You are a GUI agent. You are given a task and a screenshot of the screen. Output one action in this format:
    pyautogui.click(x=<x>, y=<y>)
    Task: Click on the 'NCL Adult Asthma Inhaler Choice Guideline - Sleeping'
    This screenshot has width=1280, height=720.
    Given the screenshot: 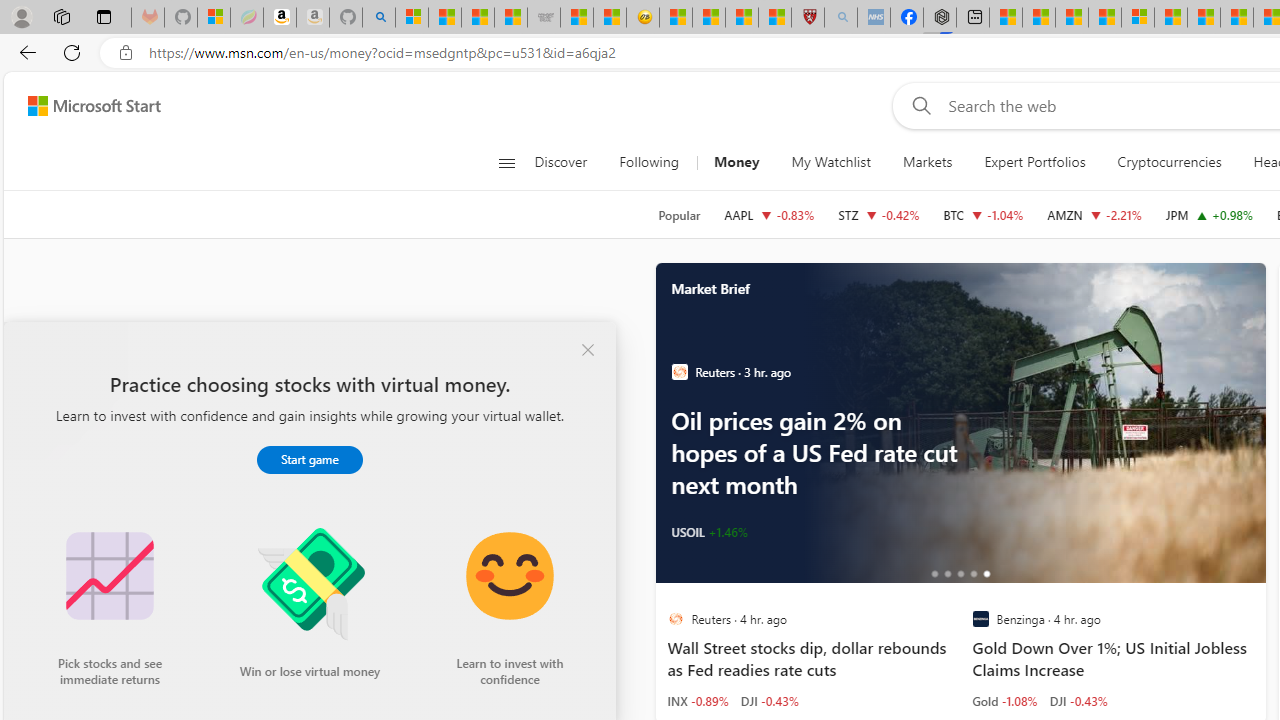 What is the action you would take?
    pyautogui.click(x=873, y=17)
    